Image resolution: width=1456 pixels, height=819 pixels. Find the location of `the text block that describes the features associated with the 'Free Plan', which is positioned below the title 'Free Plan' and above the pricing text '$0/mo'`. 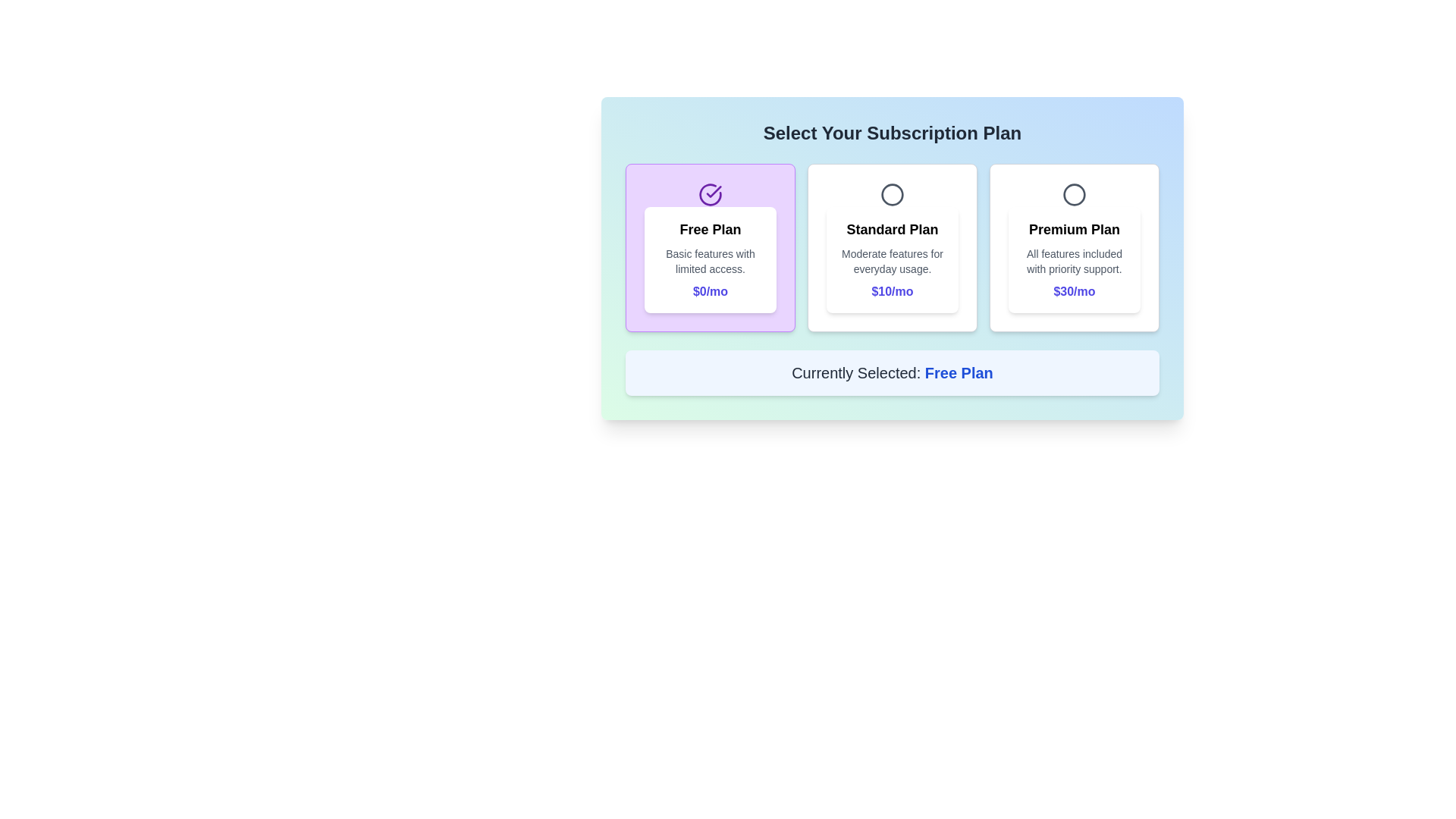

the text block that describes the features associated with the 'Free Plan', which is positioned below the title 'Free Plan' and above the pricing text '$0/mo' is located at coordinates (709, 260).